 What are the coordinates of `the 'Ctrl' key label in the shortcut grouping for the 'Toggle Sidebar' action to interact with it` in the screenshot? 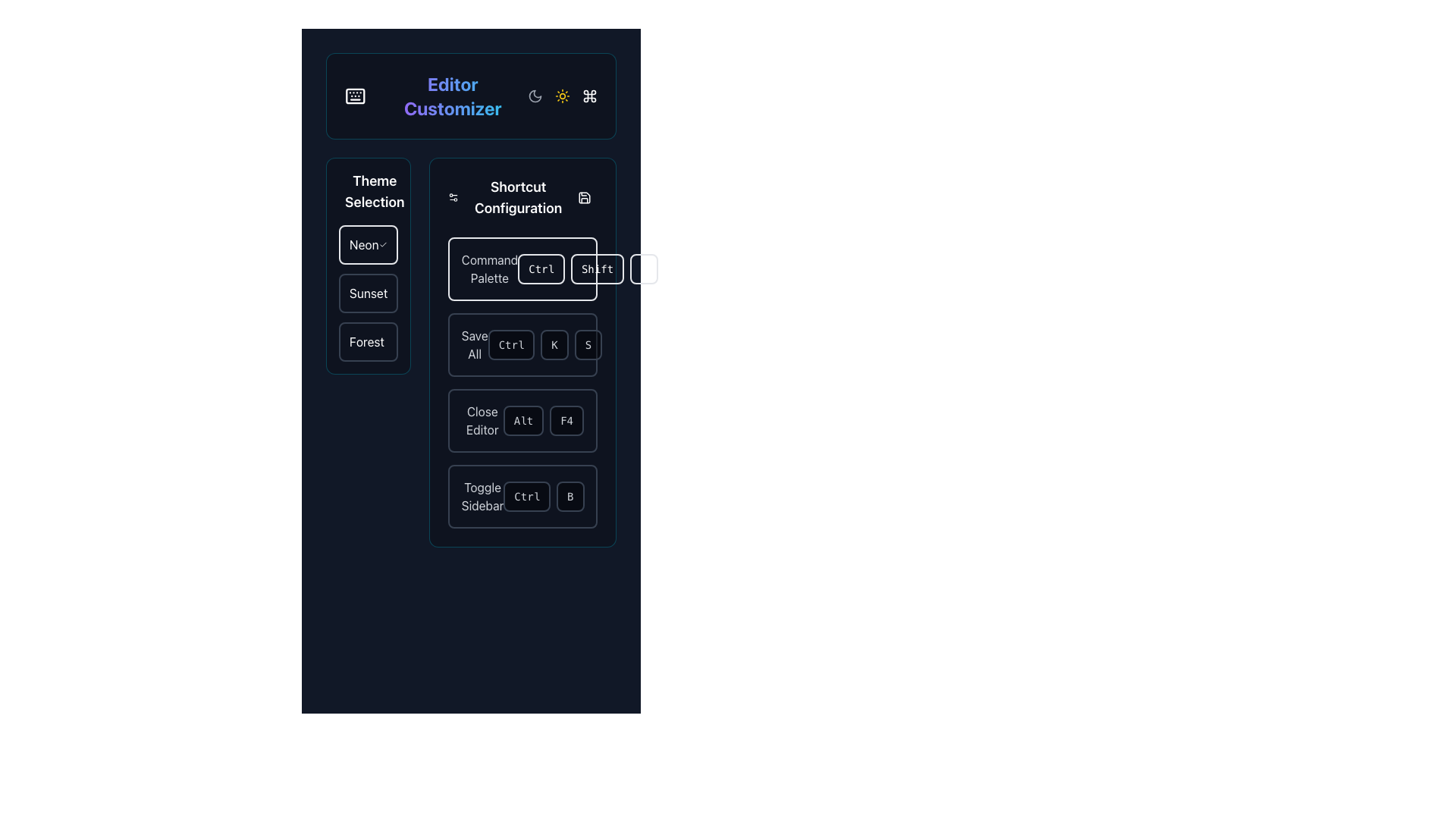 It's located at (522, 497).